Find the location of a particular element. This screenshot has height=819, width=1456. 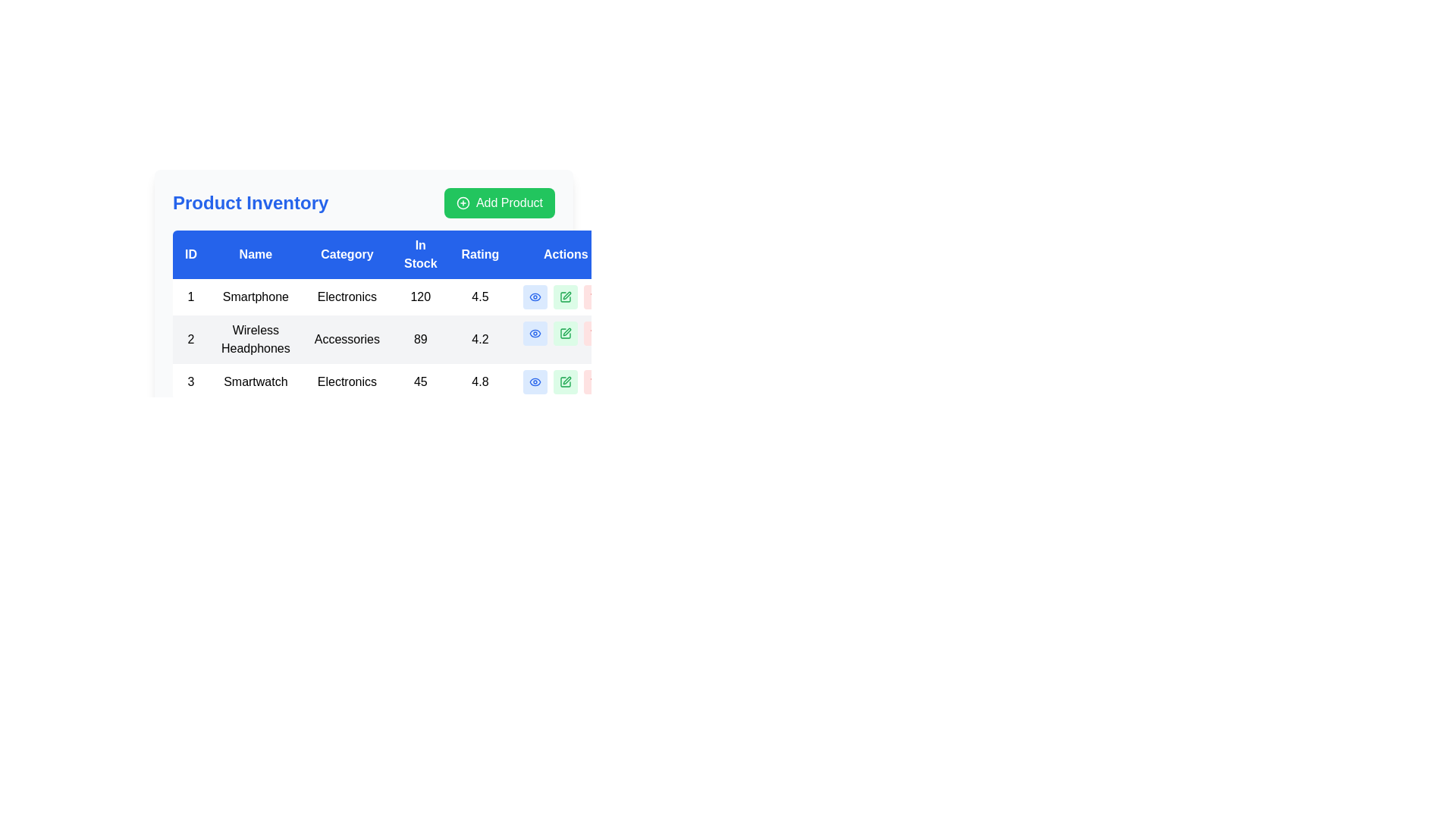

text content of the label displaying the number '1', which is the first item in the leftmost column of the tabular structure labeled 'ID', positioned in the same row as the entry for 'Smartphone' is located at coordinates (190, 297).